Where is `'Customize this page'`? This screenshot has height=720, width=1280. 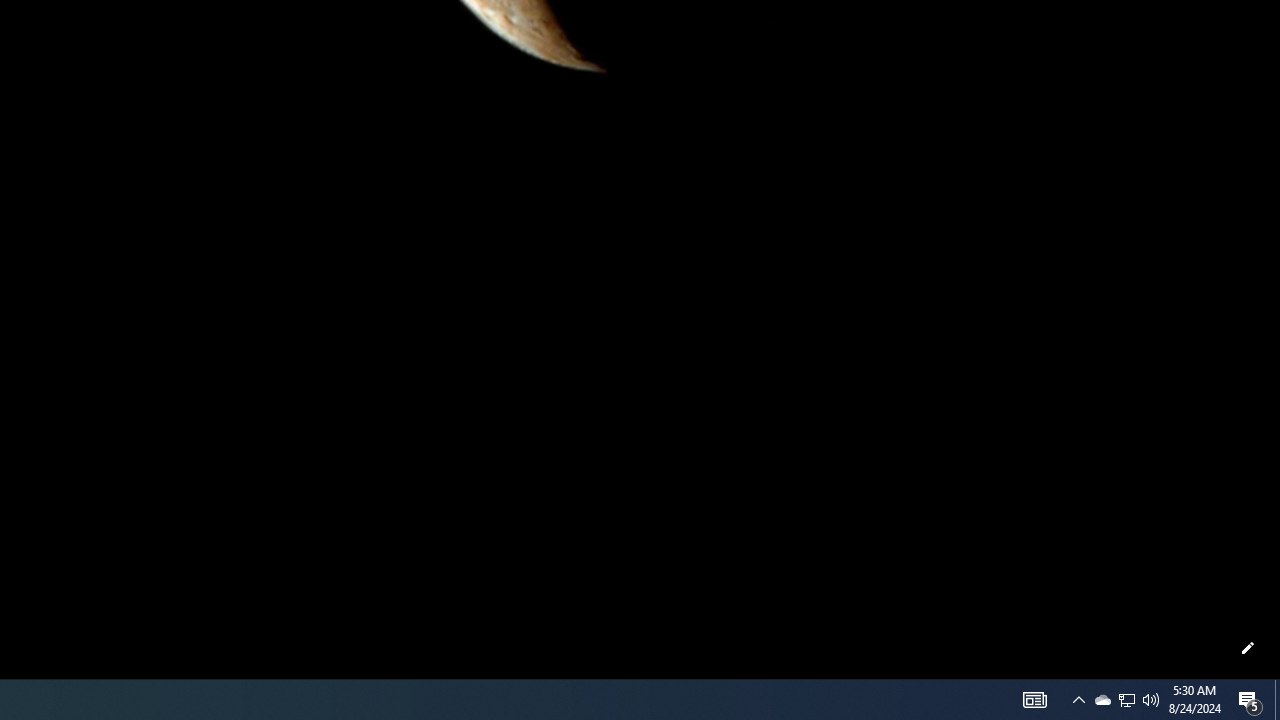 'Customize this page' is located at coordinates (1247, 648).